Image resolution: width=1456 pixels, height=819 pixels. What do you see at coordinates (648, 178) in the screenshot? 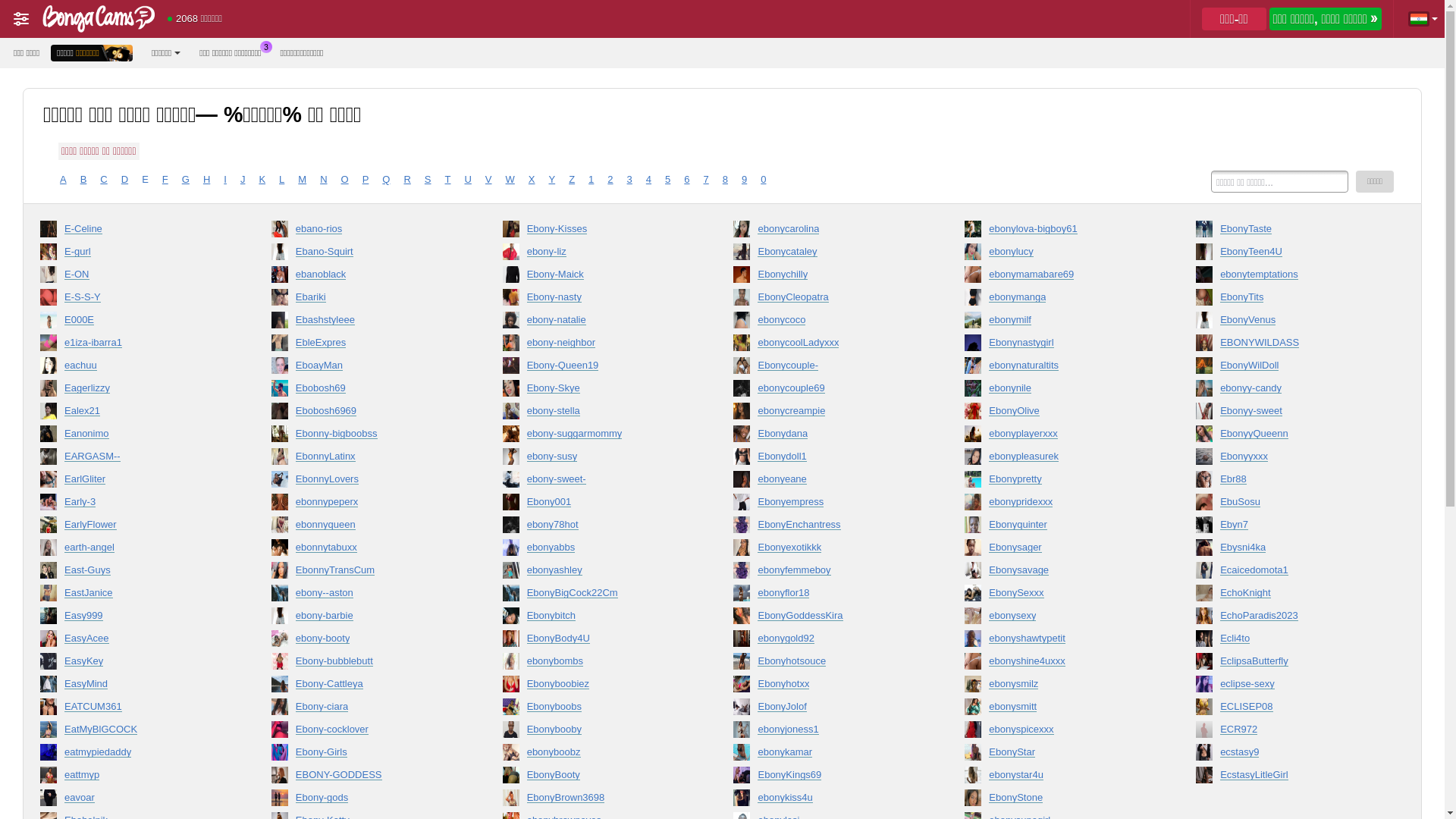
I see `'4'` at bounding box center [648, 178].